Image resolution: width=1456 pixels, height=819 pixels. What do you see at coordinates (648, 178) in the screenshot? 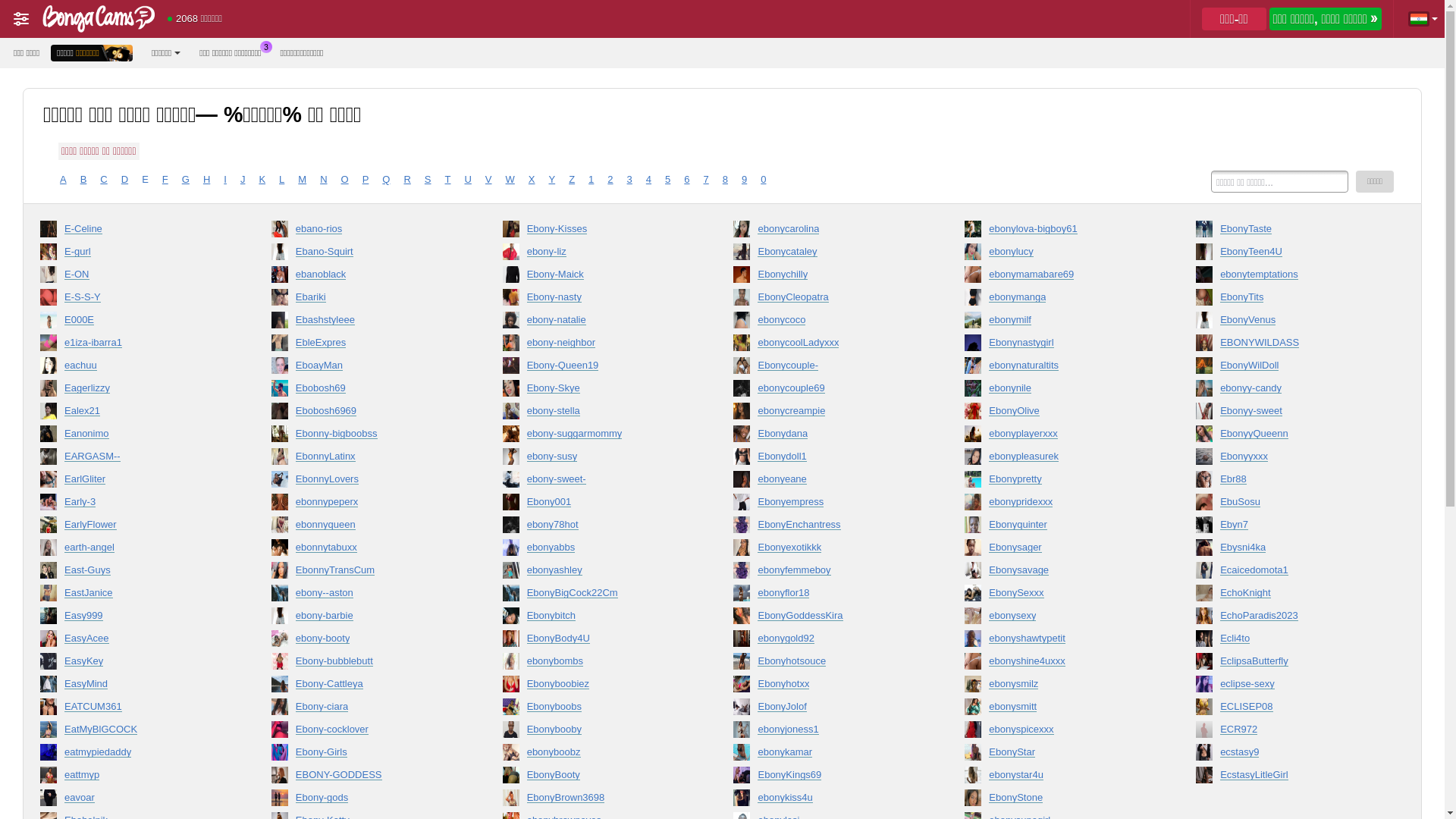
I see `'4'` at bounding box center [648, 178].